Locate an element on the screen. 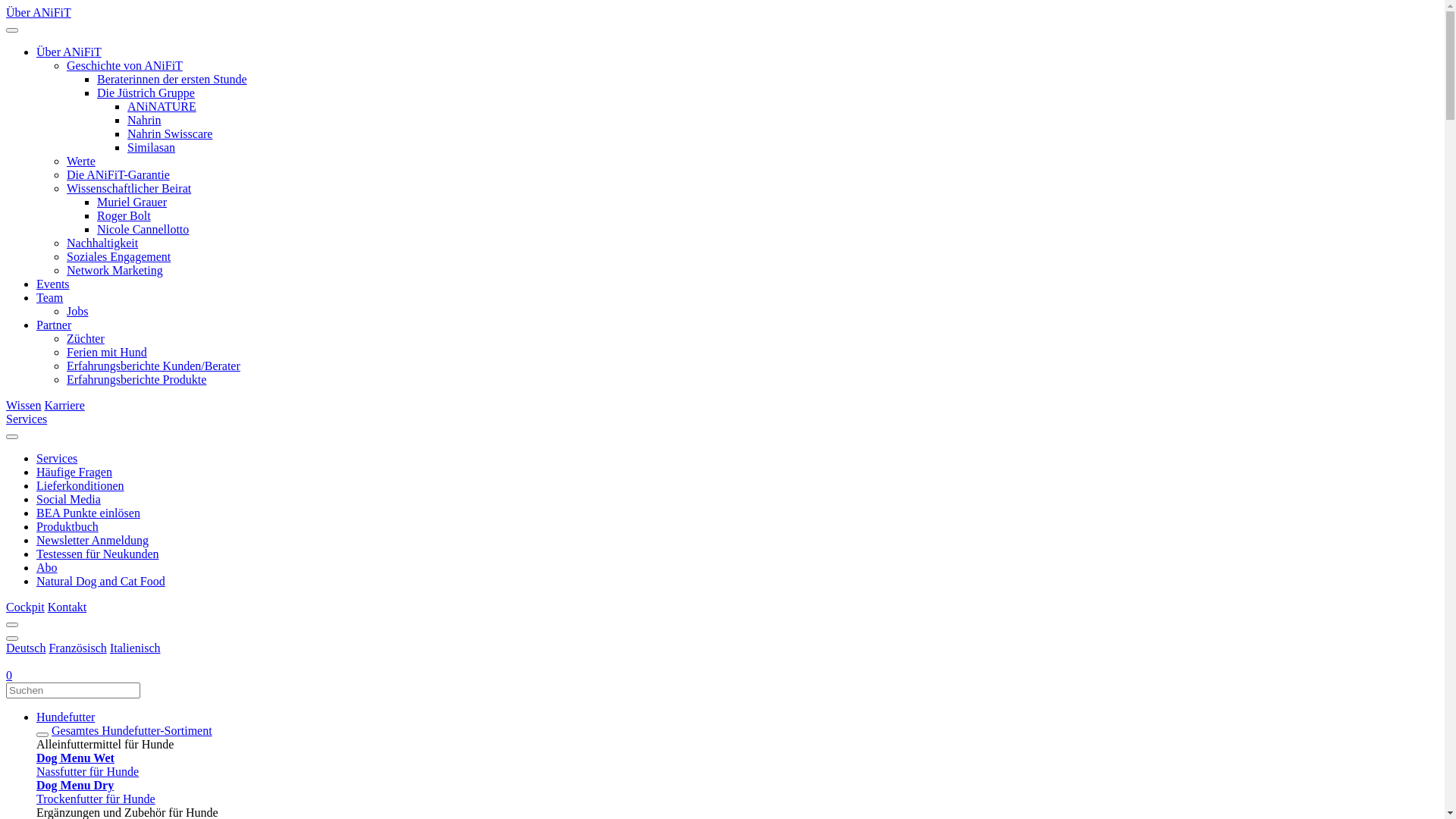 The height and width of the screenshot is (819, 1456). 'Erfahrungsberichte Kunden/Berater' is located at coordinates (153, 366).